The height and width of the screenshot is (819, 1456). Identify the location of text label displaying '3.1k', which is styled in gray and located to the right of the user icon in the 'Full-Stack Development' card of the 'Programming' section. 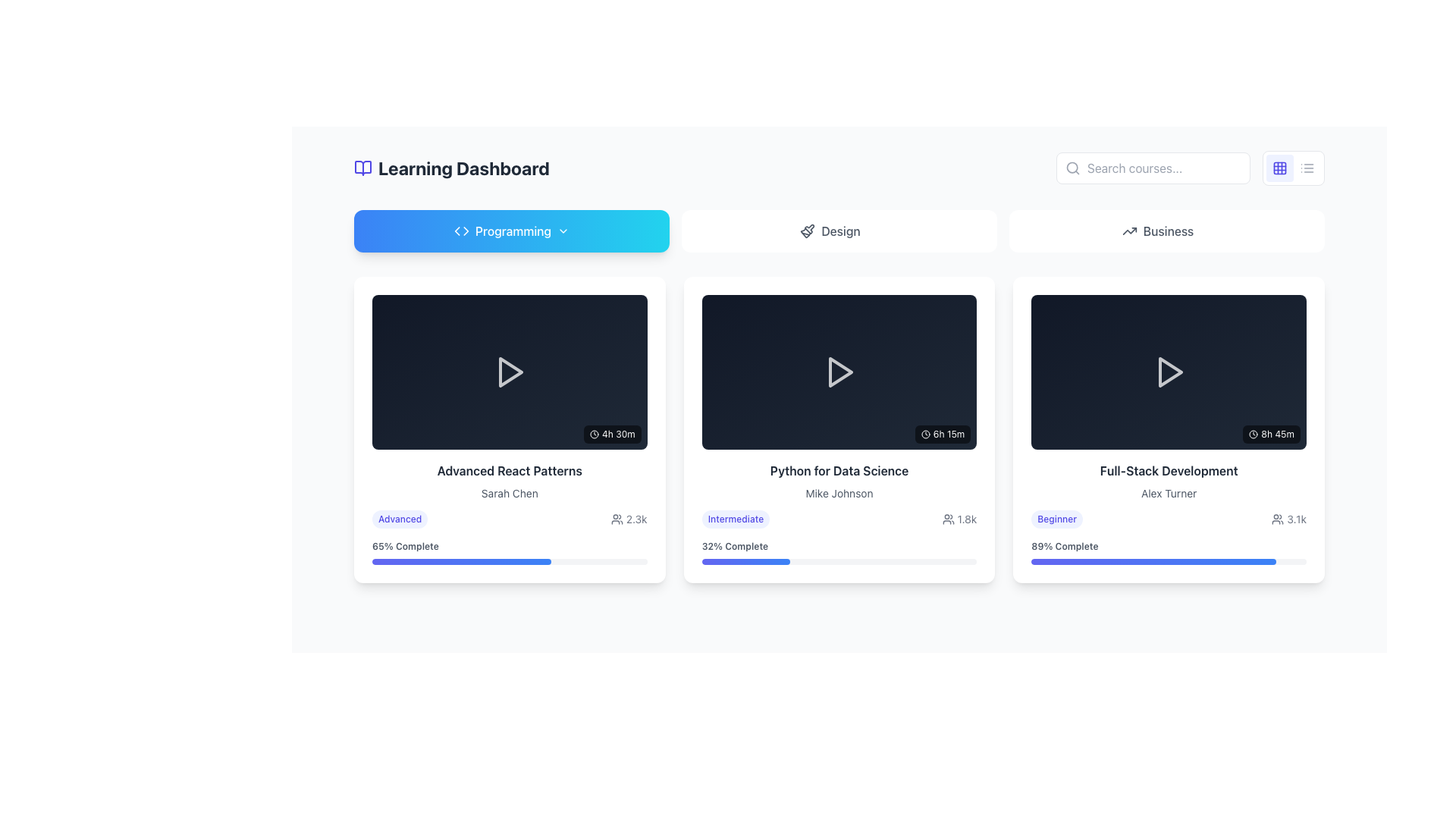
(1296, 518).